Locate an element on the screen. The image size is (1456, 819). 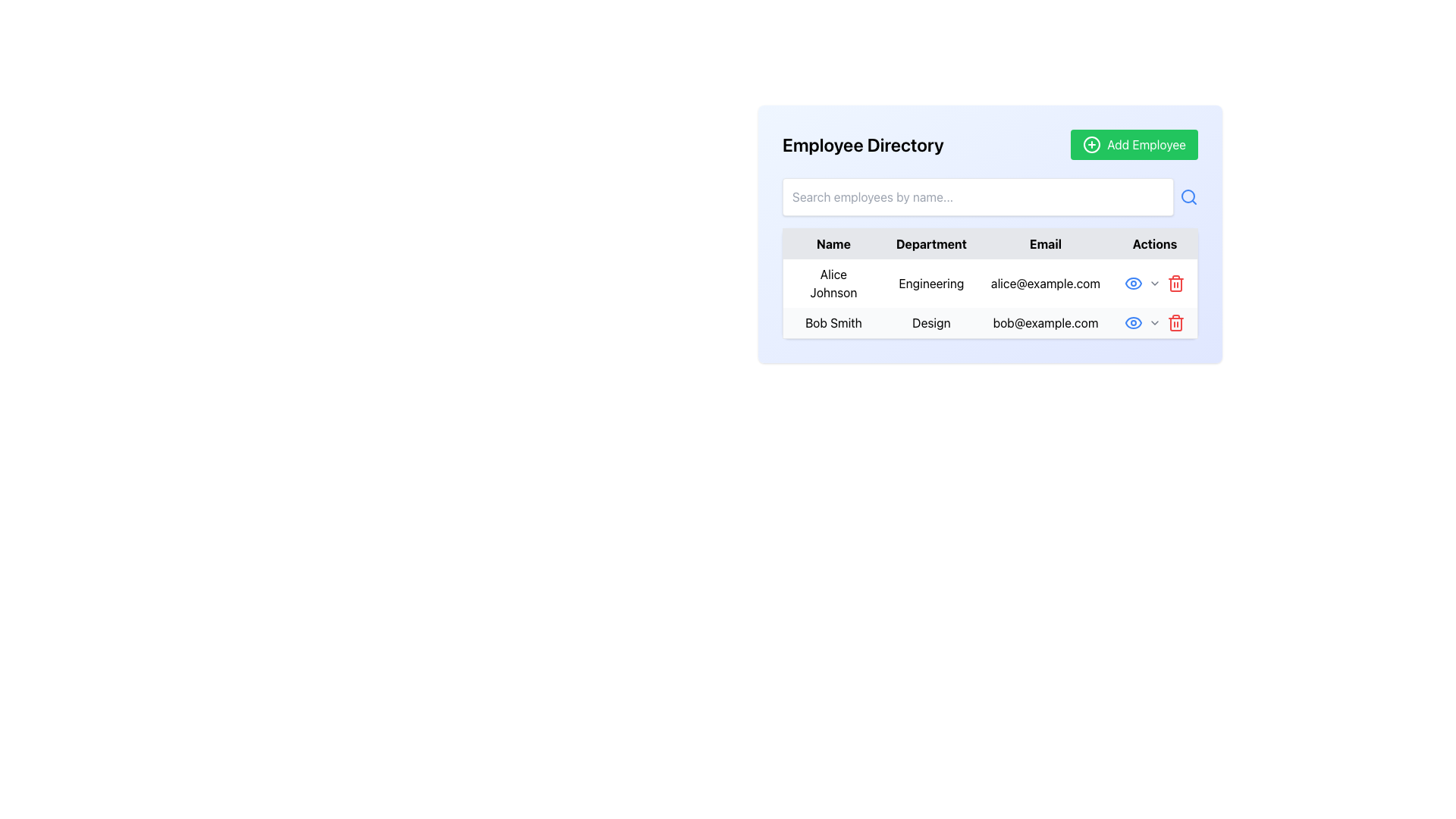
the search button icon located directly to the right of the employee search text input field is located at coordinates (1188, 196).